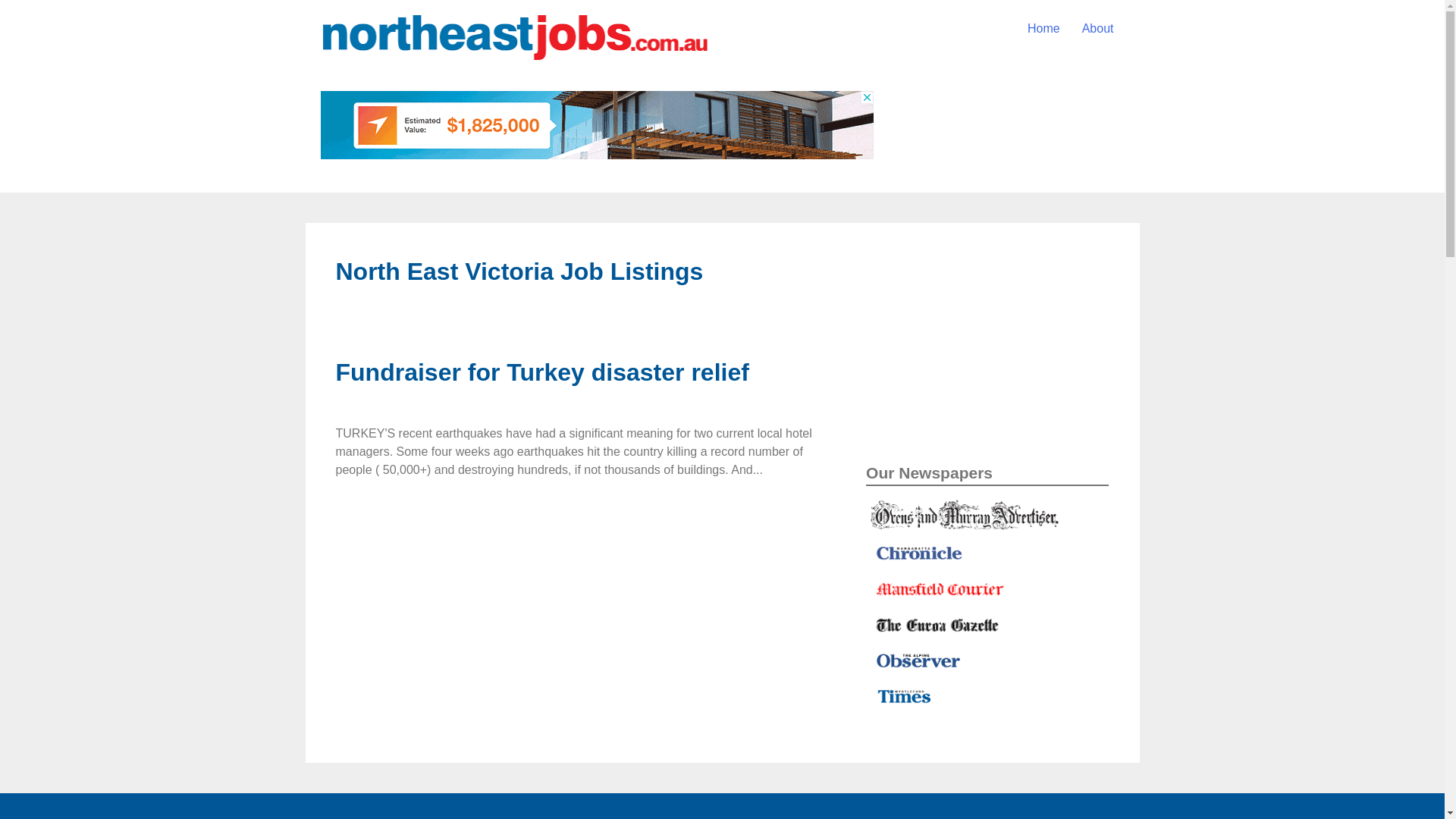  I want to click on 'About', so click(1098, 29).